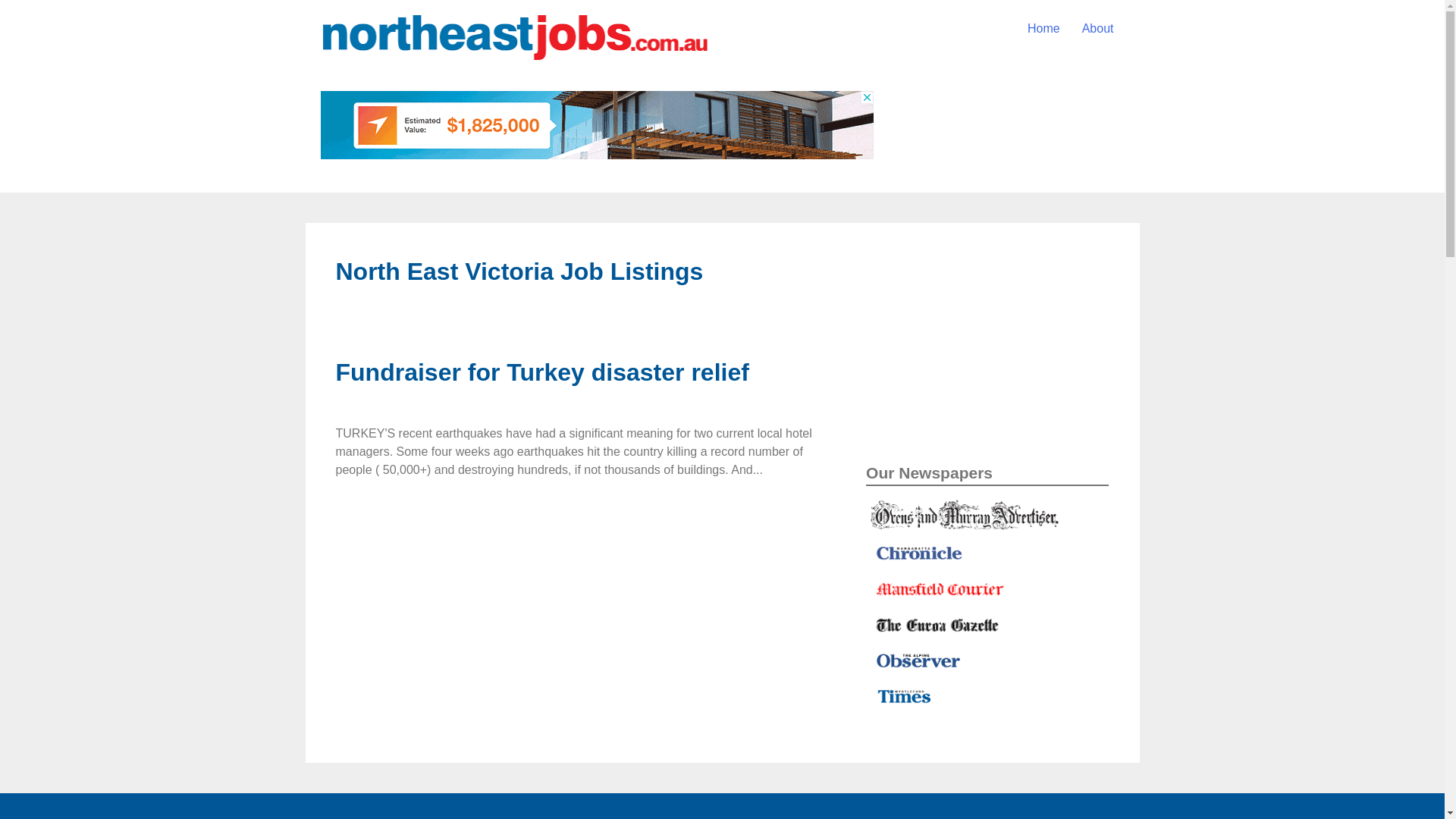  I want to click on 'About', so click(1098, 29).